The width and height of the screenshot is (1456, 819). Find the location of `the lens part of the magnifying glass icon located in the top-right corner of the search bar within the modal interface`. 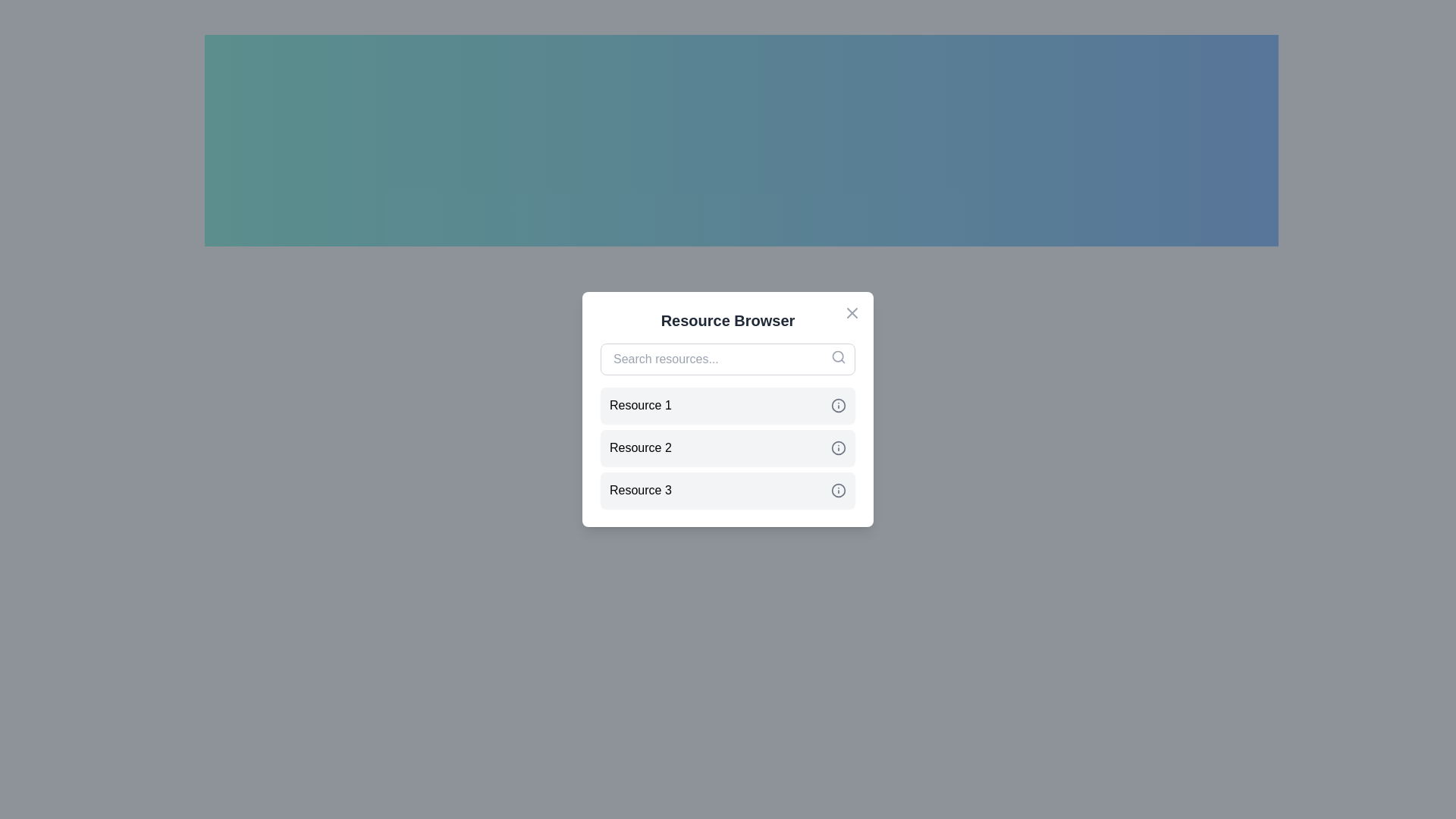

the lens part of the magnifying glass icon located in the top-right corner of the search bar within the modal interface is located at coordinates (837, 356).